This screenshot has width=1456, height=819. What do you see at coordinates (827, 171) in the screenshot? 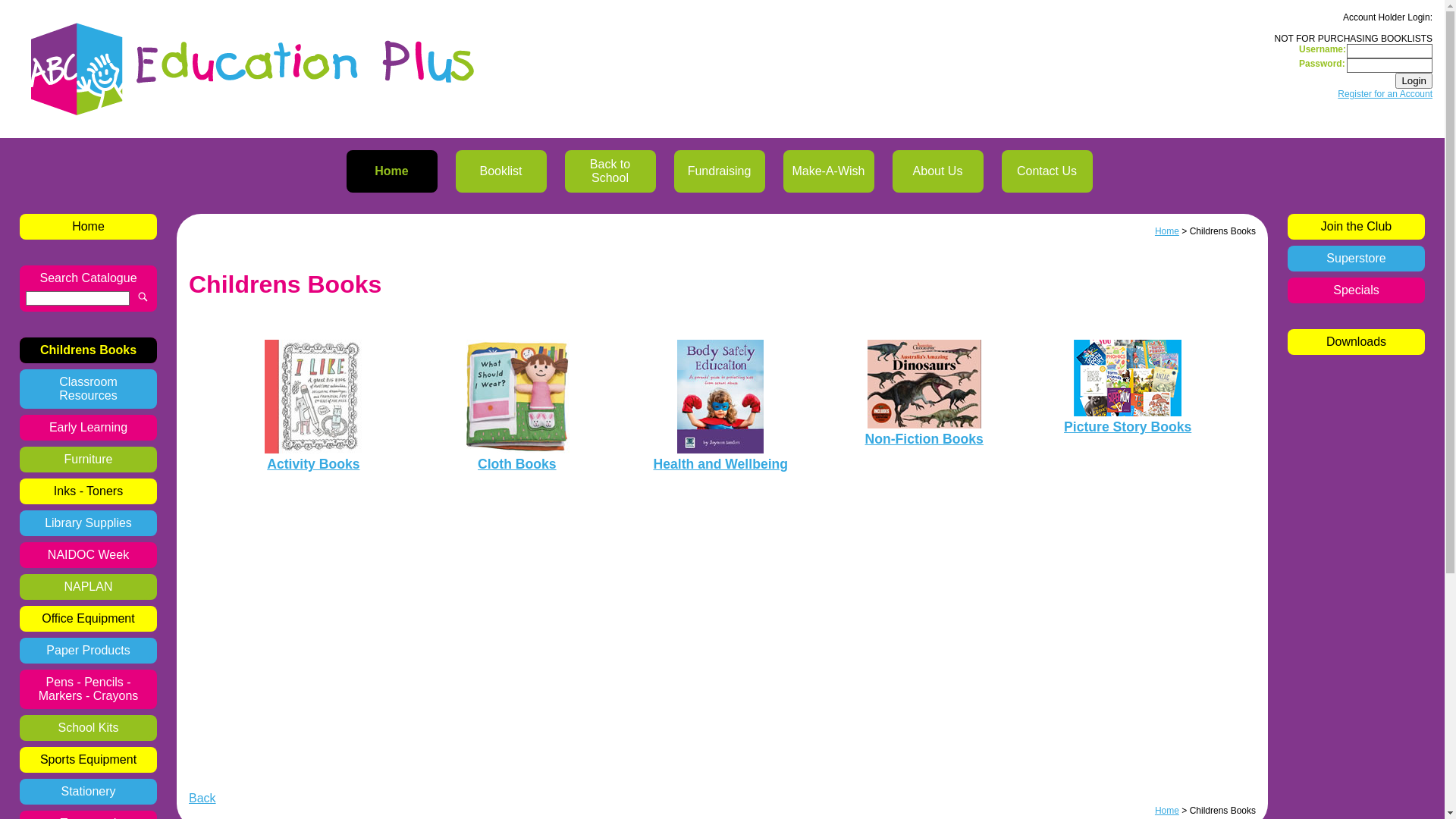
I see `'Make-A-Wish'` at bounding box center [827, 171].